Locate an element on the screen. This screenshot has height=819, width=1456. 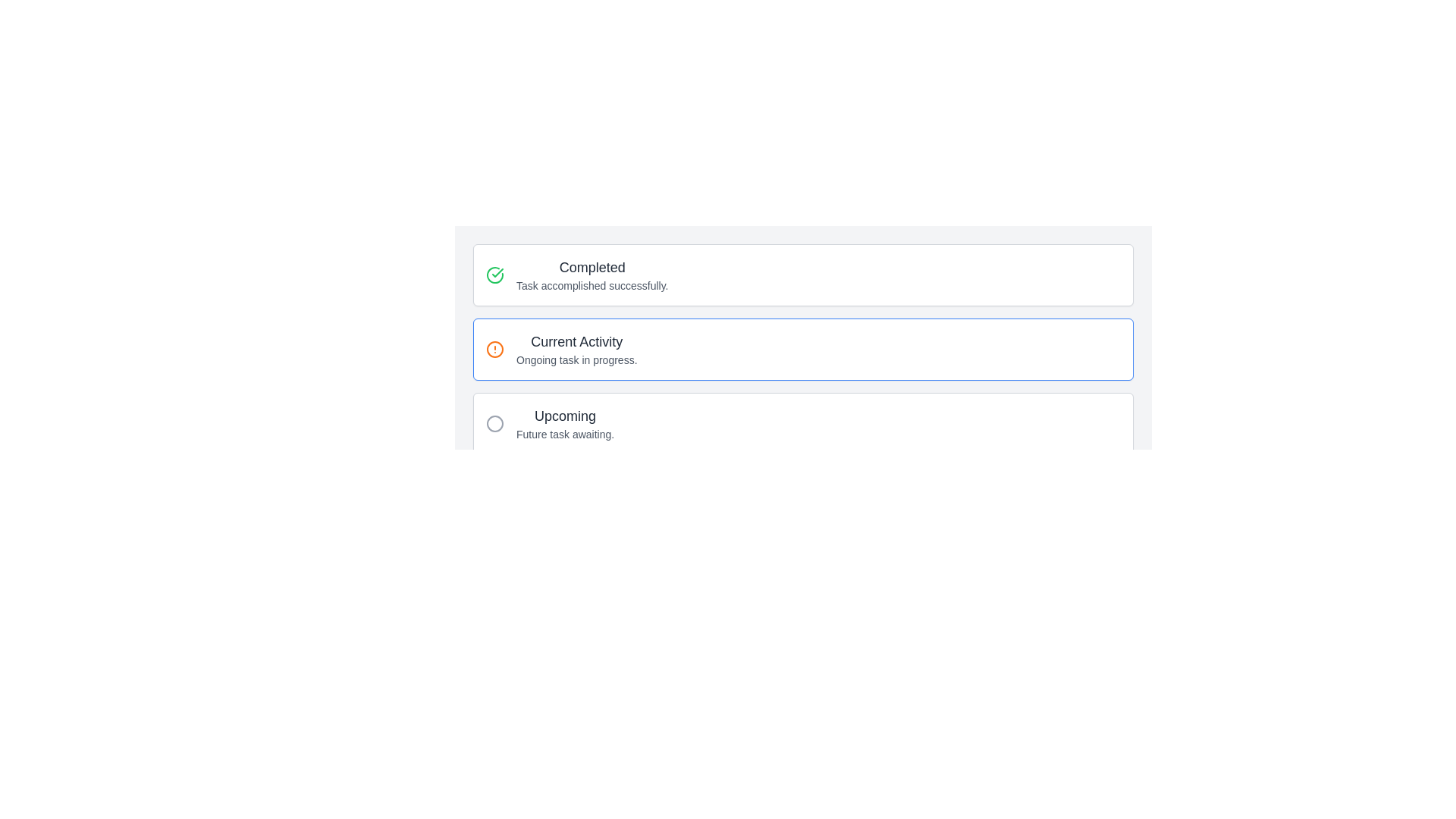
the Text label indicating the section detailing tasks currently in progress, which is located above the text 'Ongoing task in progress.' is located at coordinates (576, 342).